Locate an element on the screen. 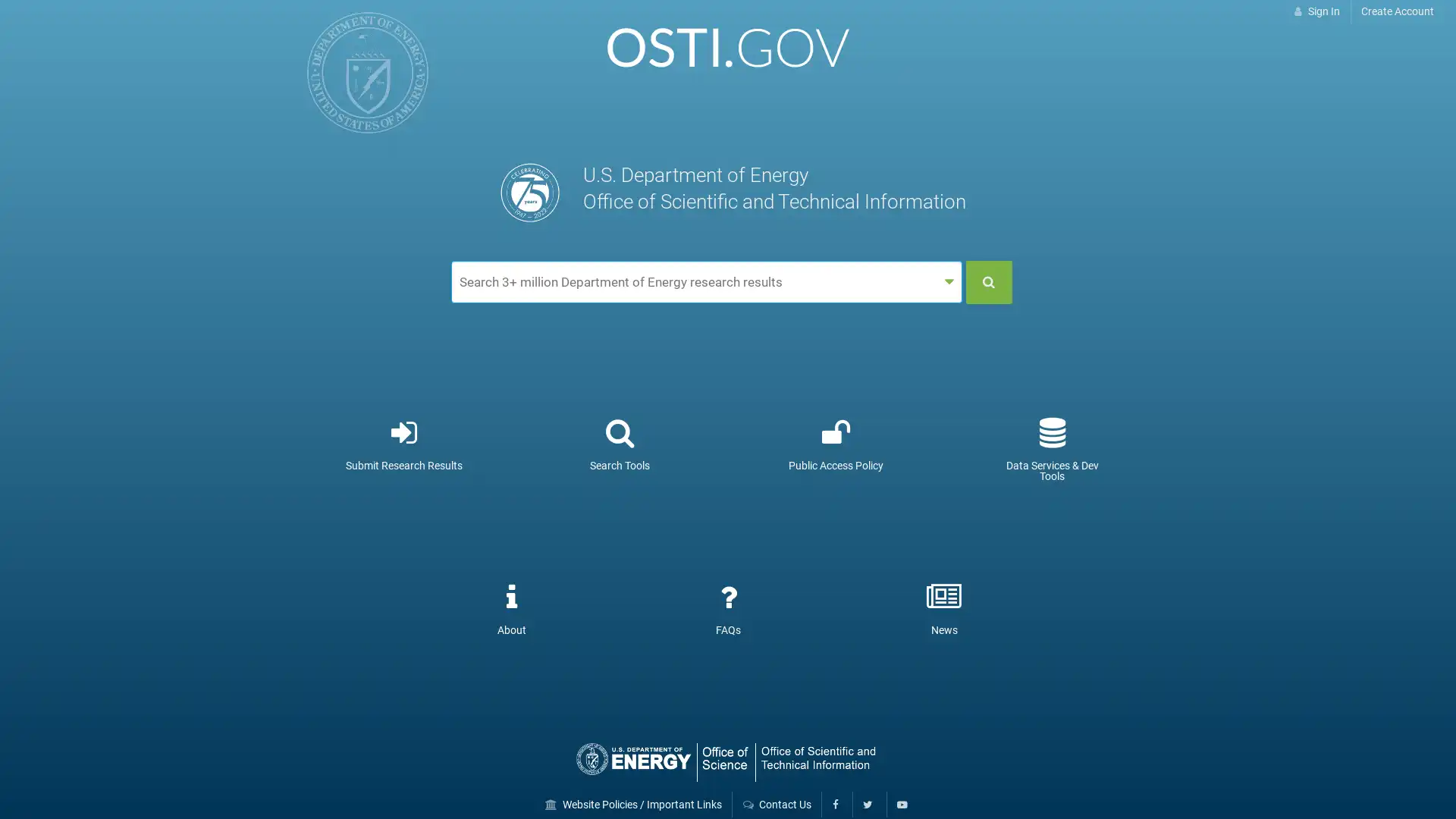 The width and height of the screenshot is (1456, 819). Submit is located at coordinates (989, 281).